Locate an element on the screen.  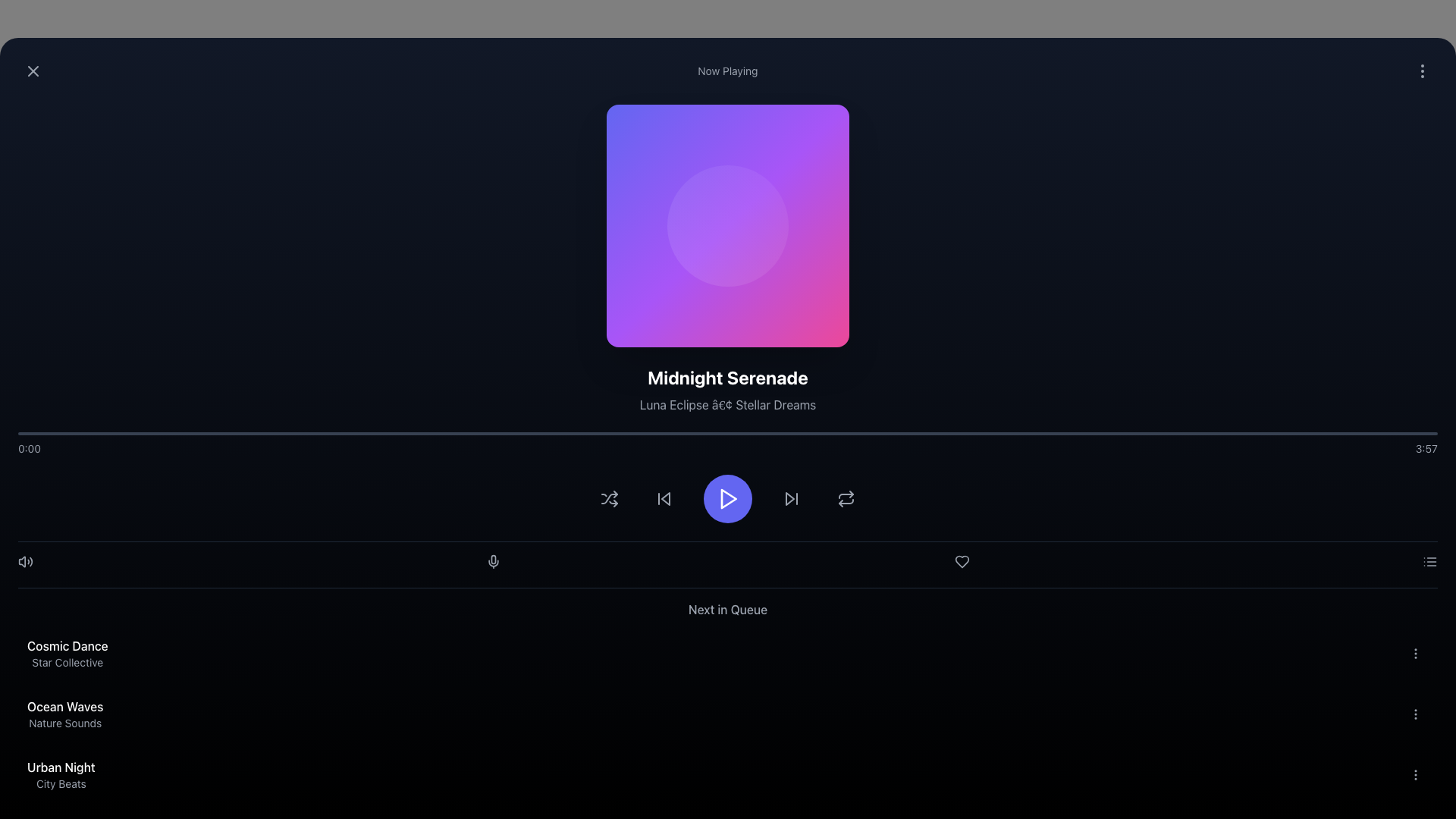
the bottom-right component of the repeat or loop button graphic in the media player is located at coordinates (846, 501).